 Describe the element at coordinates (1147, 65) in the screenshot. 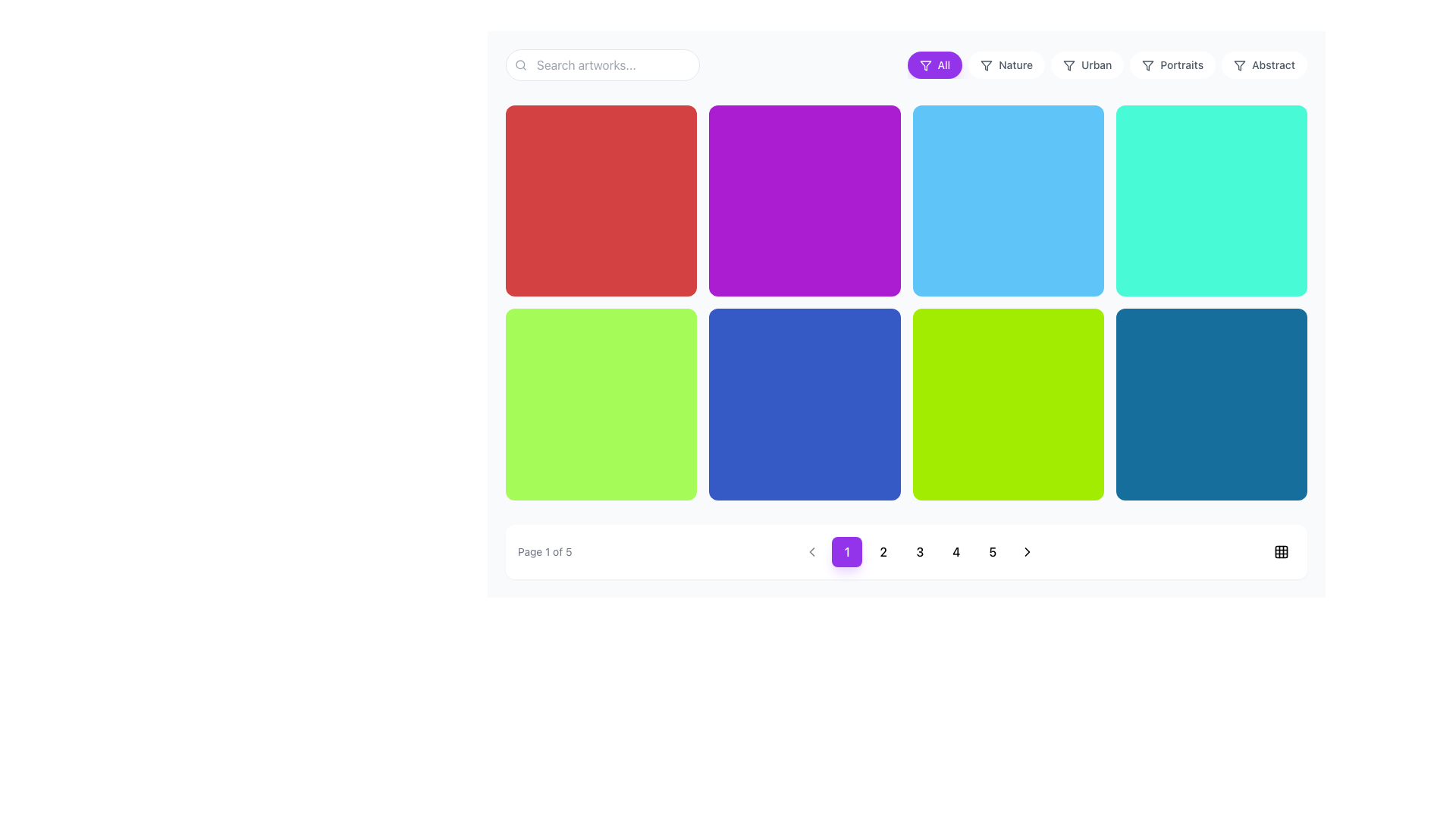

I see `the filtering icon resembling a funnel located` at that location.